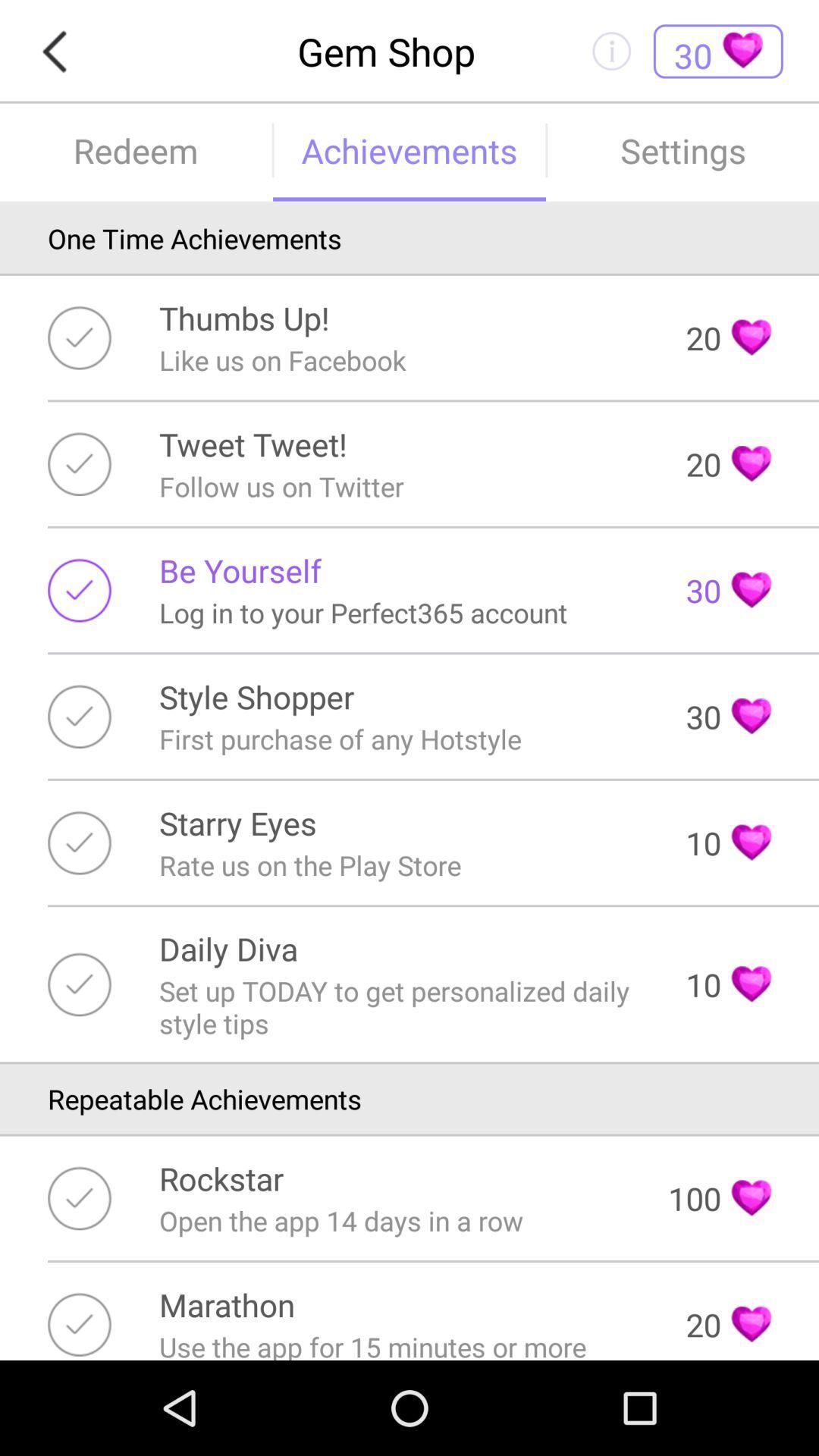 This screenshot has height=1456, width=819. I want to click on the tweet tweet! item, so click(252, 443).